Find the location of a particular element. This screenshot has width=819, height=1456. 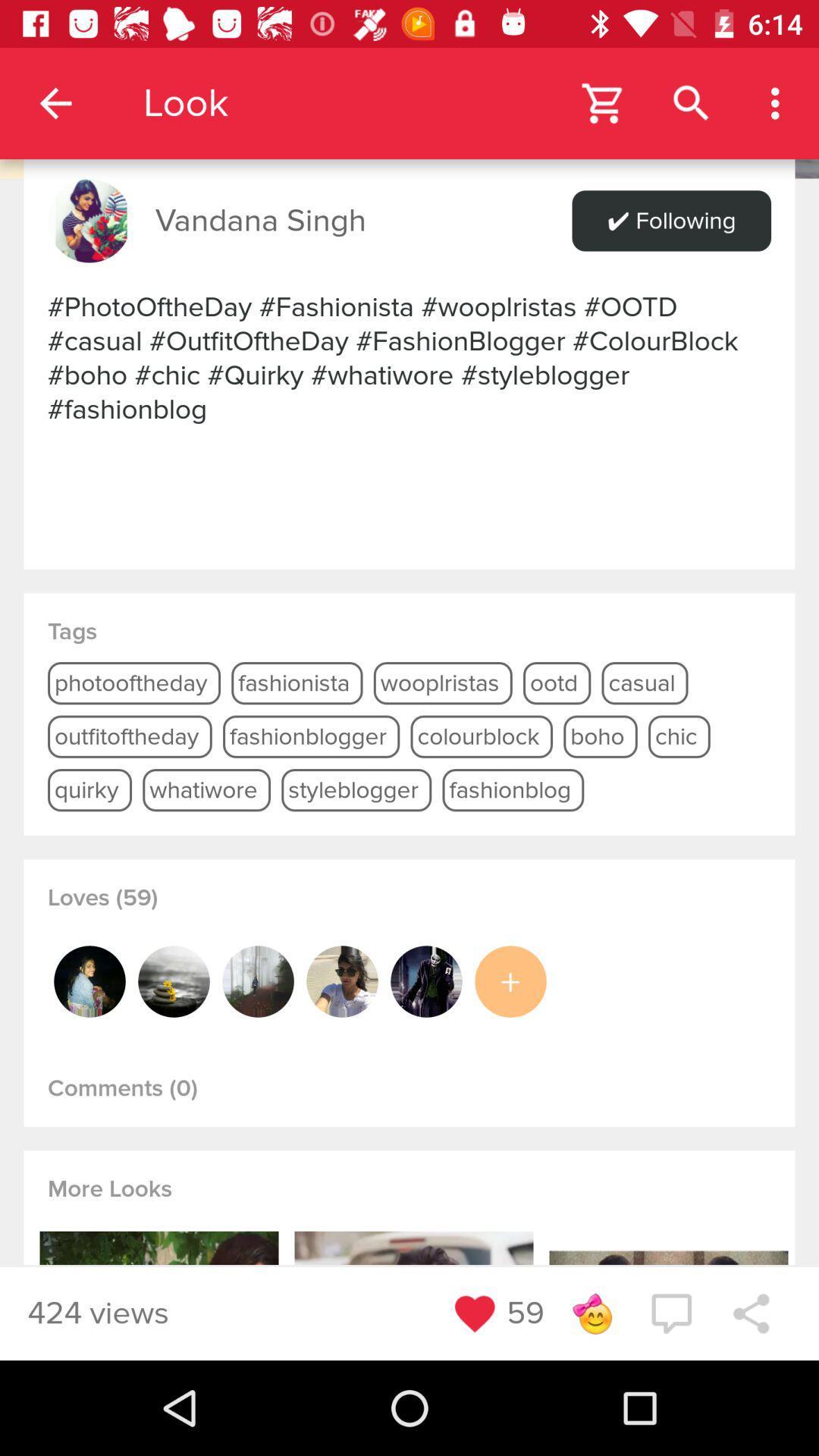

option is located at coordinates (510, 981).